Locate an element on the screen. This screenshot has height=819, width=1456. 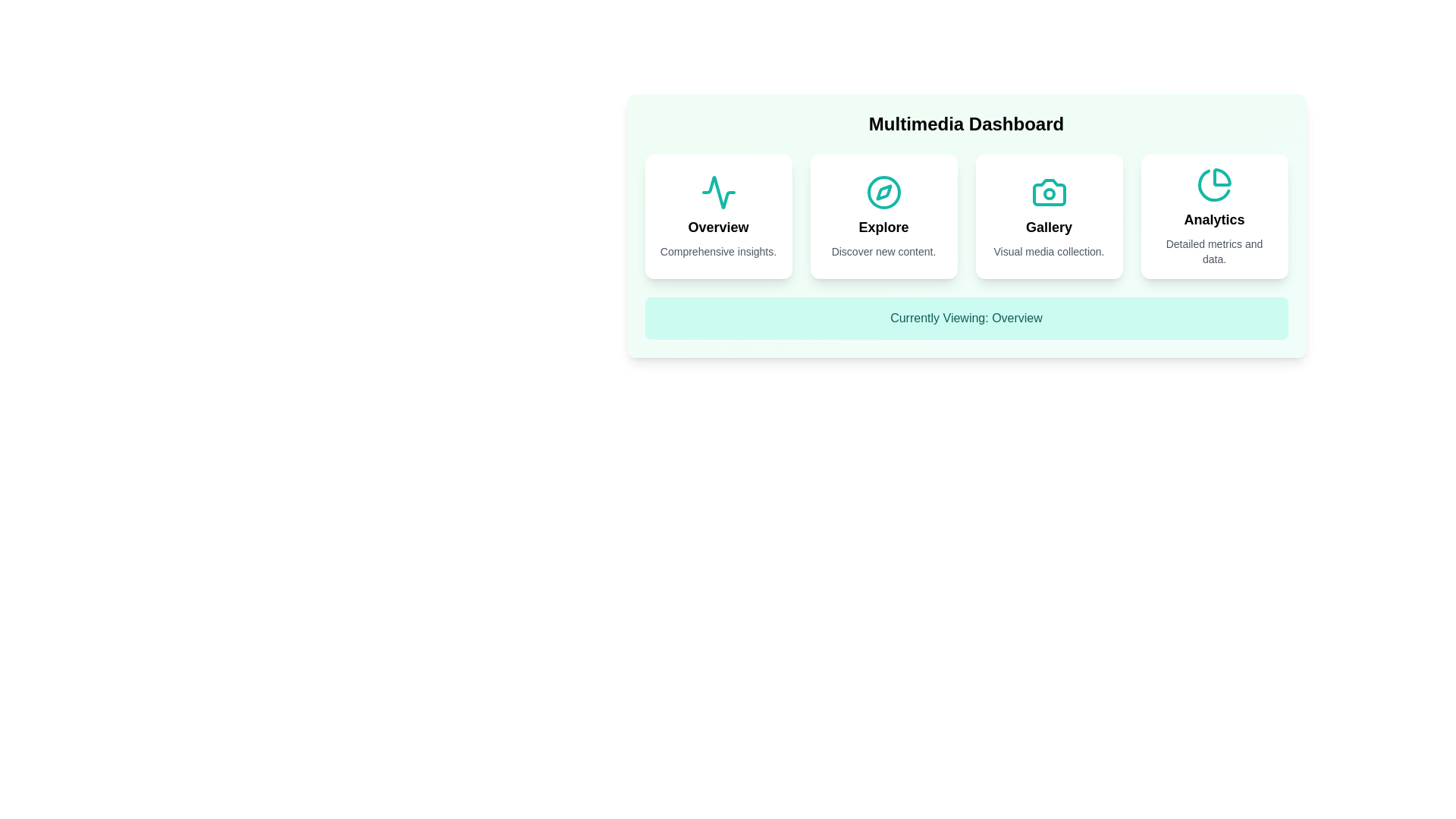
the section card labeled Analytics to preview its animation is located at coordinates (1214, 216).